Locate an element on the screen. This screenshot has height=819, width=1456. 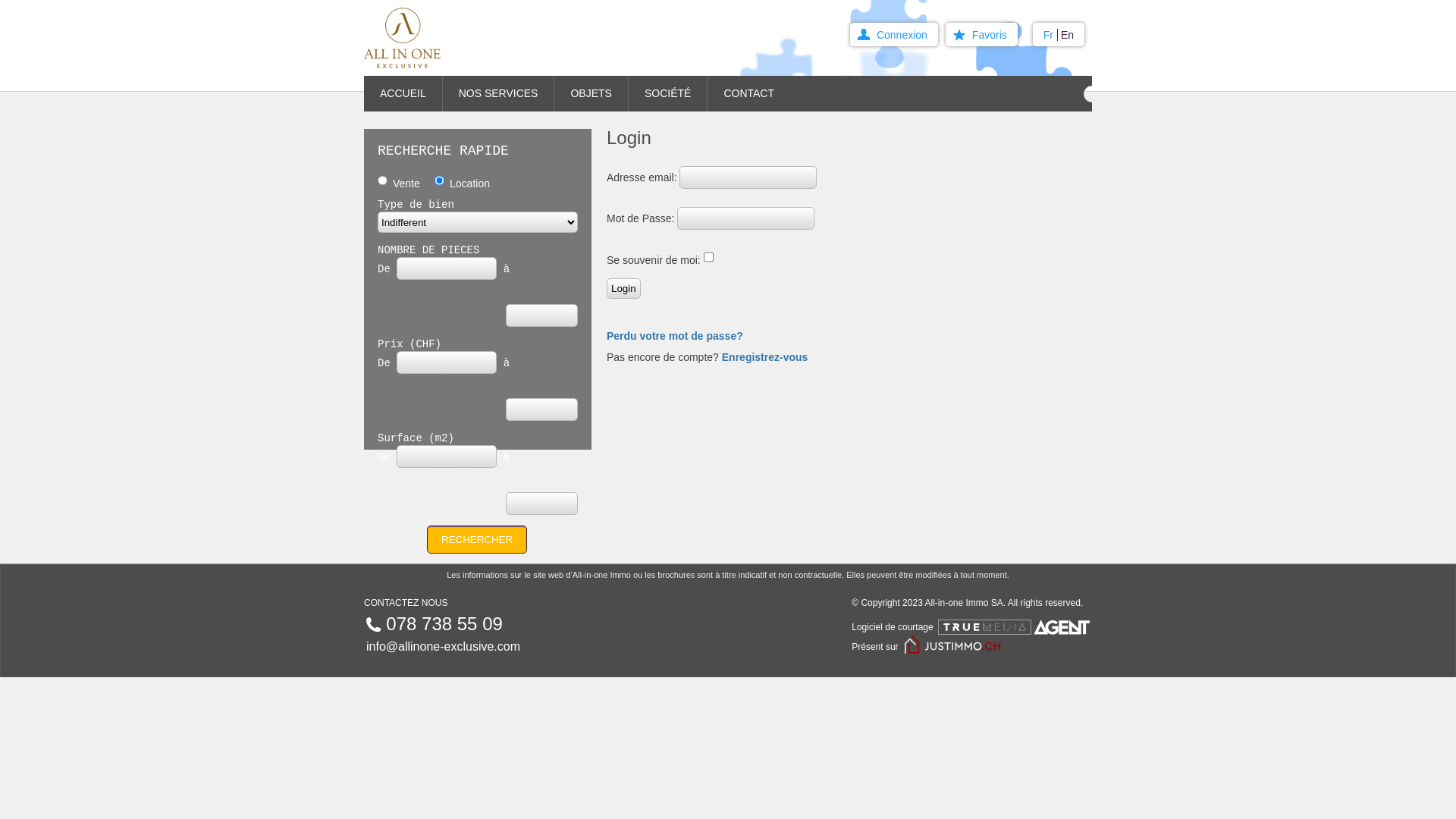
'Se souvenir de moi' is located at coordinates (708, 256).